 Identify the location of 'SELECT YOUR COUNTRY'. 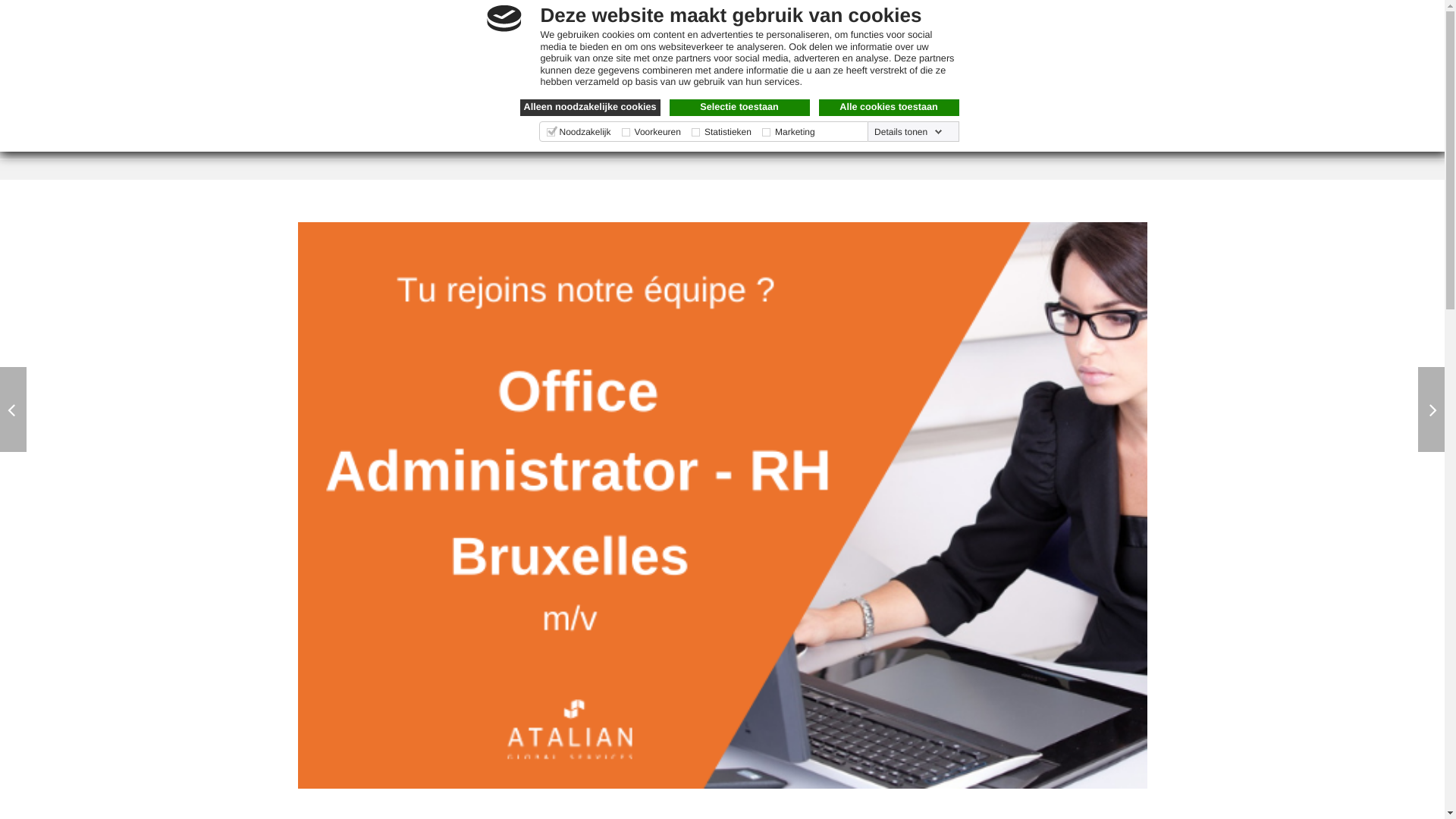
(297, 22).